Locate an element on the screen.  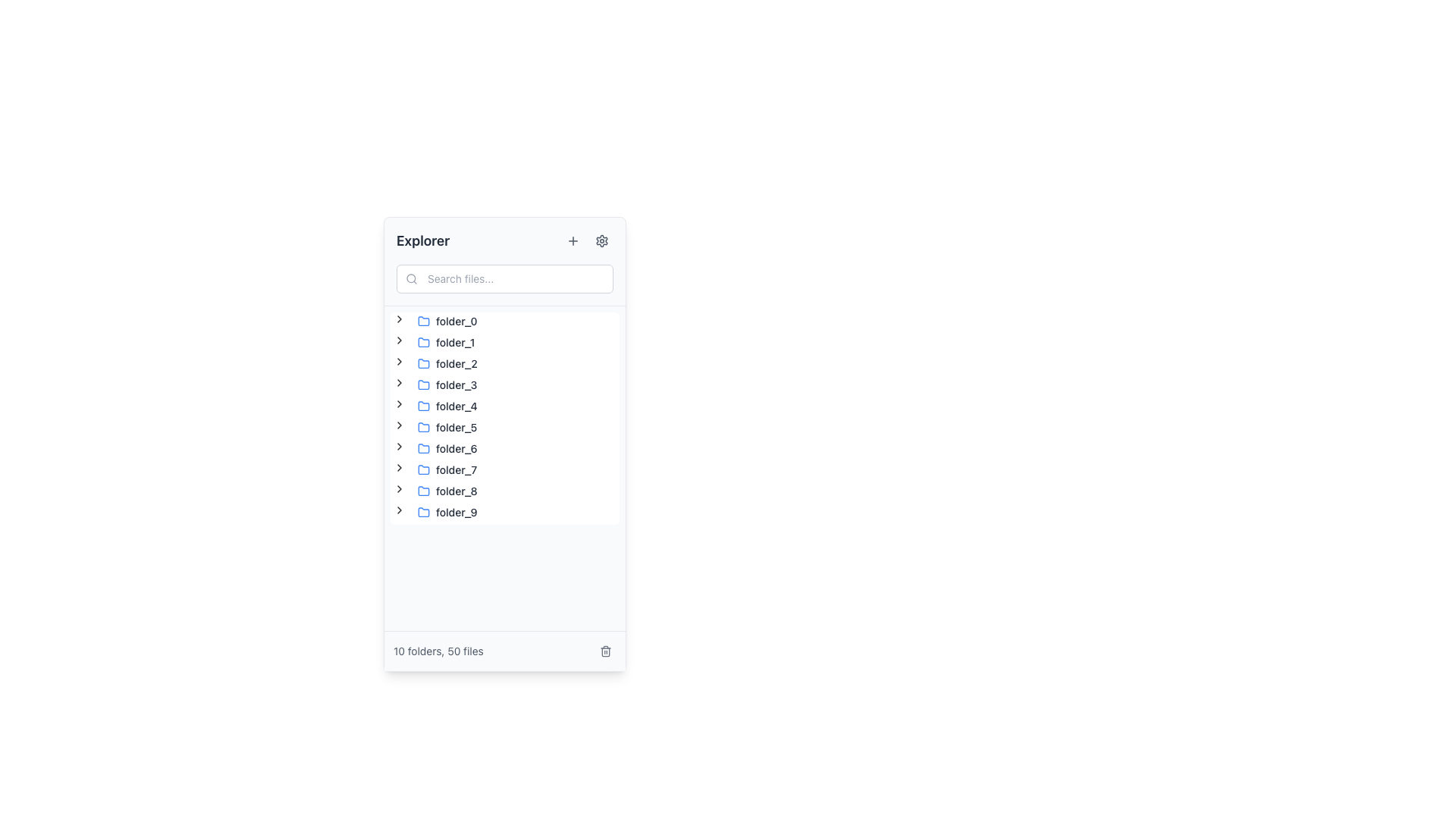
the 'folder_8' tree node label in the file explorer is located at coordinates (447, 491).